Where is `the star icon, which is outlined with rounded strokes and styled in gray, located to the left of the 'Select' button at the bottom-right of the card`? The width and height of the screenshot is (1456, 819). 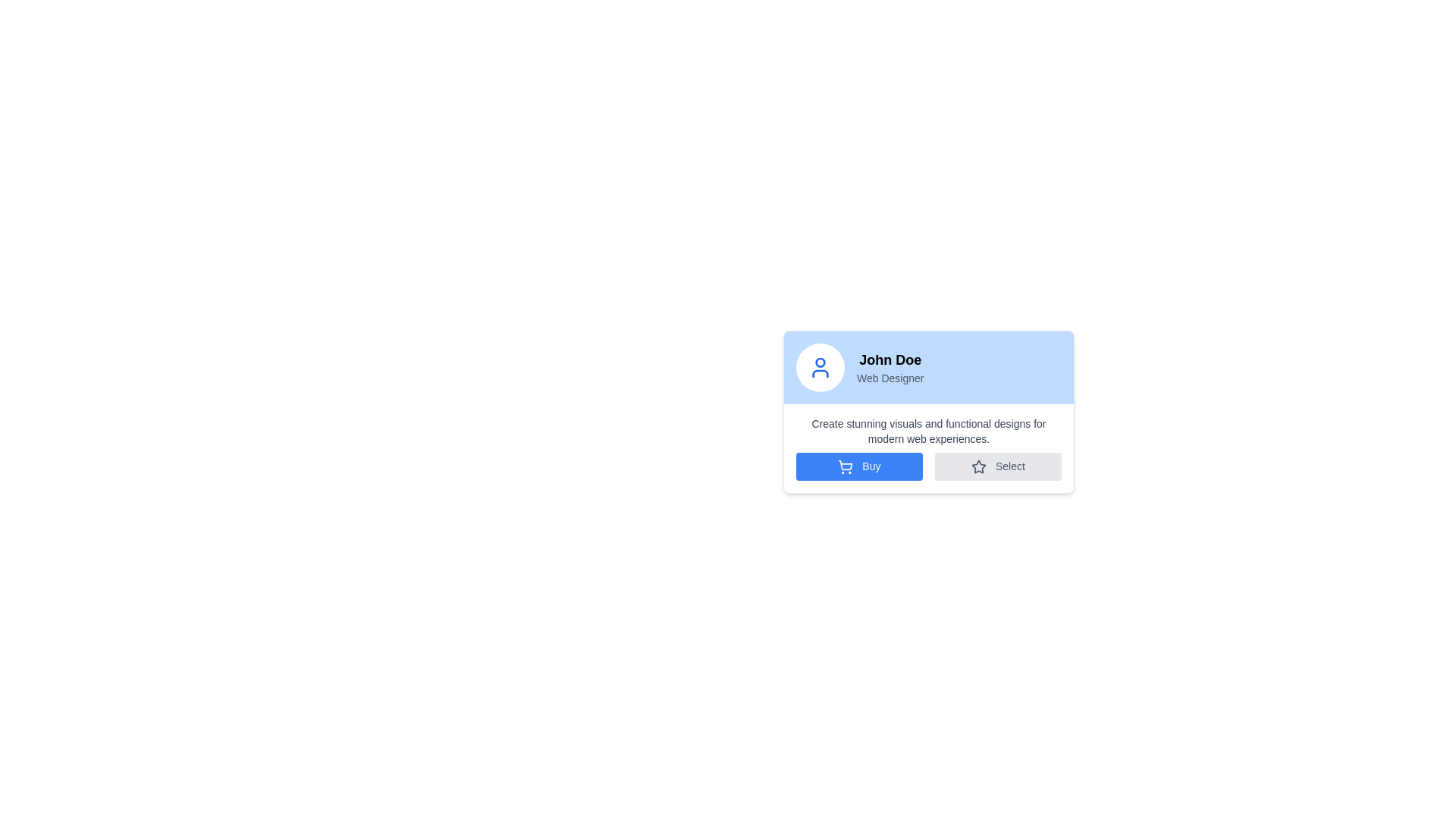
the star icon, which is outlined with rounded strokes and styled in gray, located to the left of the 'Select' button at the bottom-right of the card is located at coordinates (979, 466).